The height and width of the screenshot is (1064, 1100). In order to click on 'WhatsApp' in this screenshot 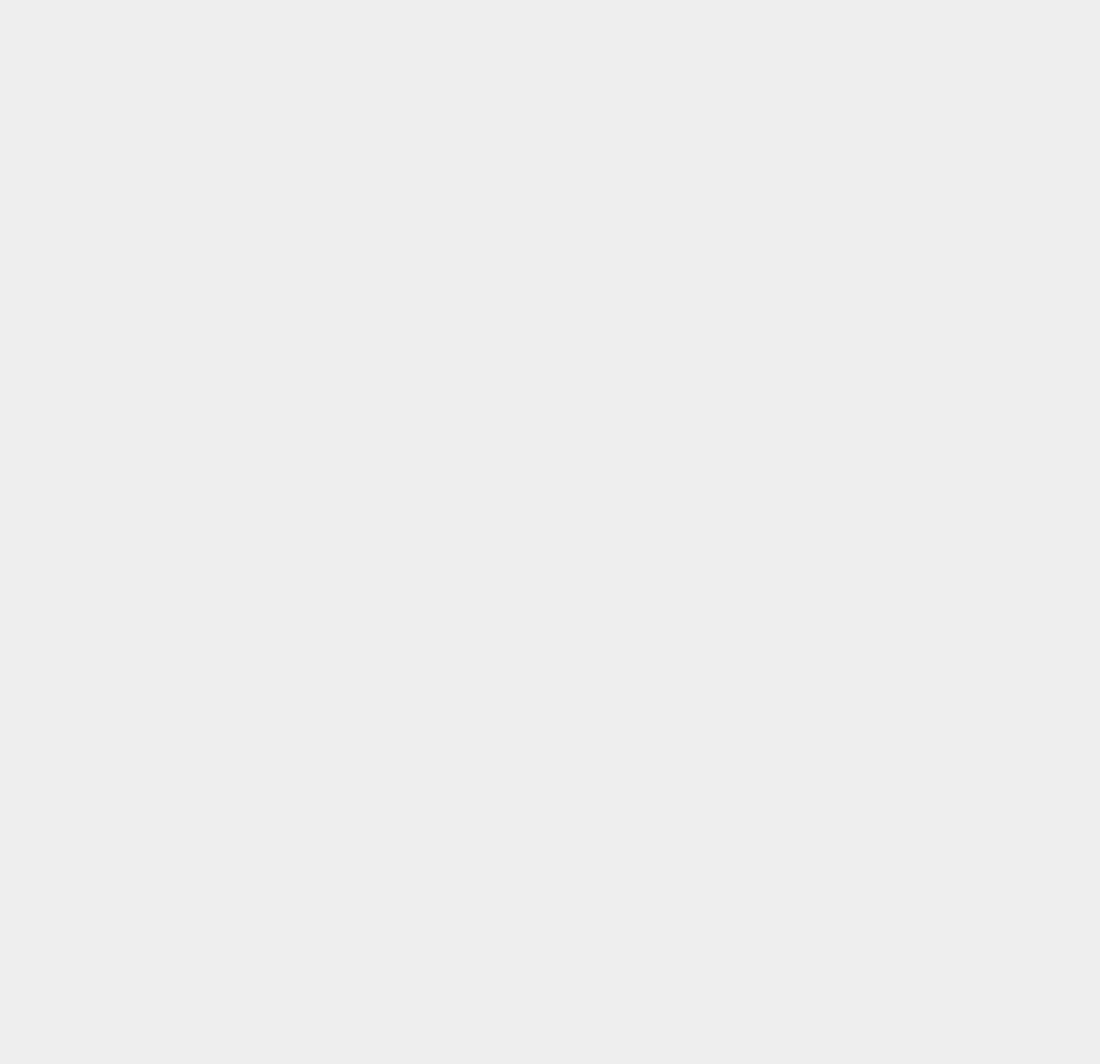, I will do `click(810, 447)`.